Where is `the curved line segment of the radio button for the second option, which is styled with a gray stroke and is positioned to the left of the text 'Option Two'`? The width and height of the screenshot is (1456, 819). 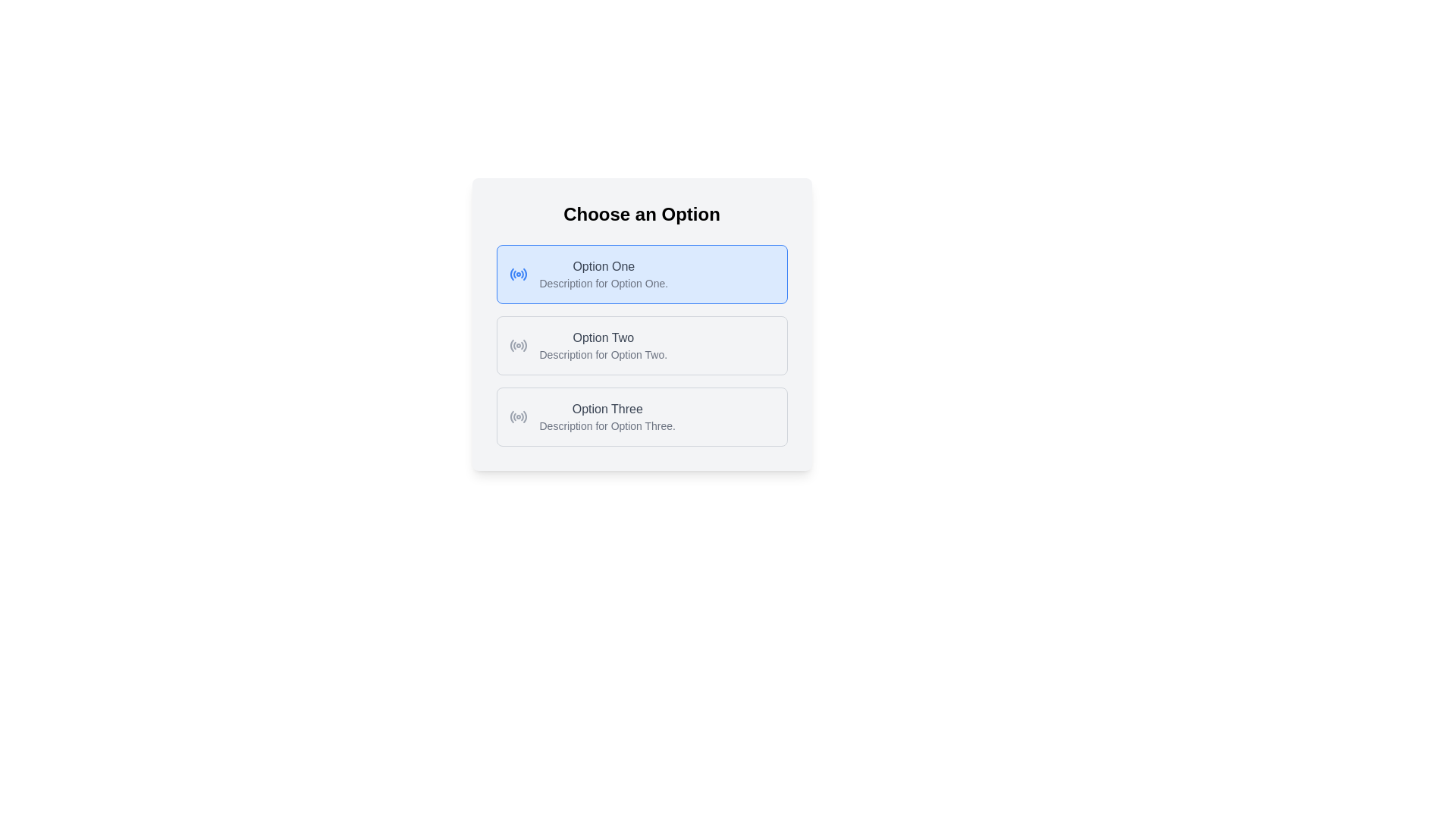
the curved line segment of the radio button for the second option, which is styled with a gray stroke and is positioned to the left of the text 'Option Two' is located at coordinates (511, 345).